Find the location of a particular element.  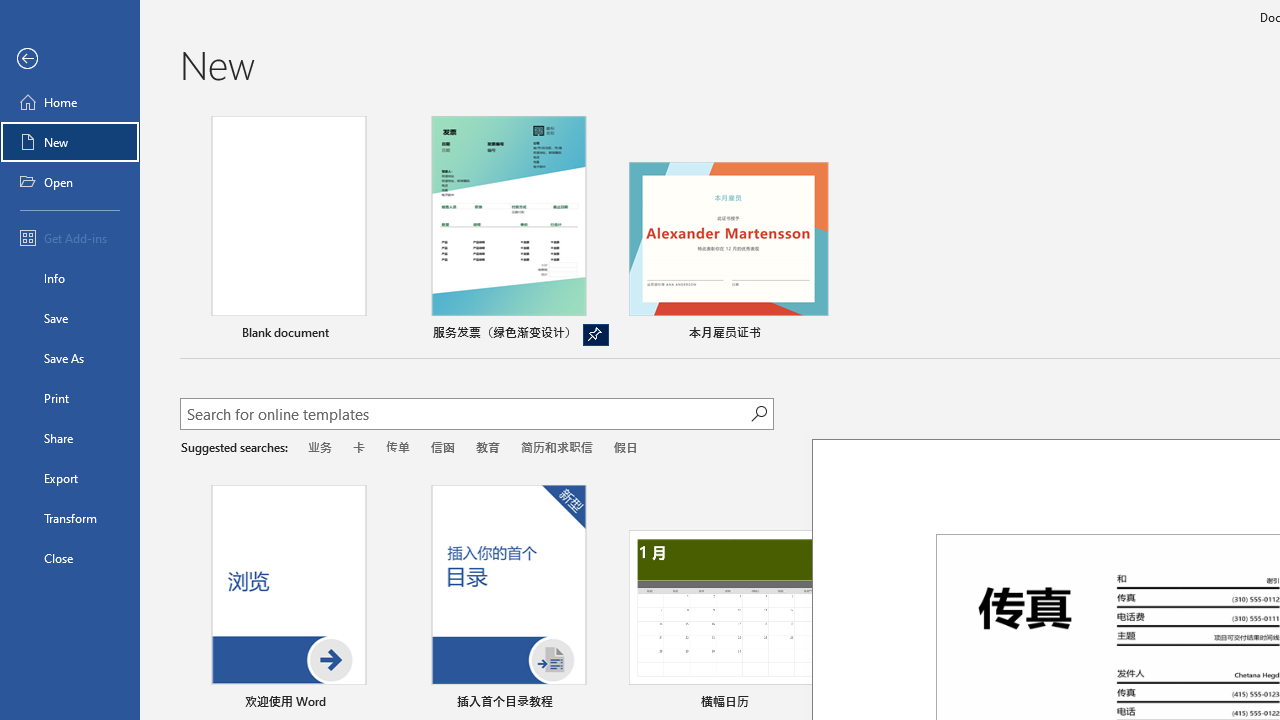

'Start searching' is located at coordinates (758, 412).